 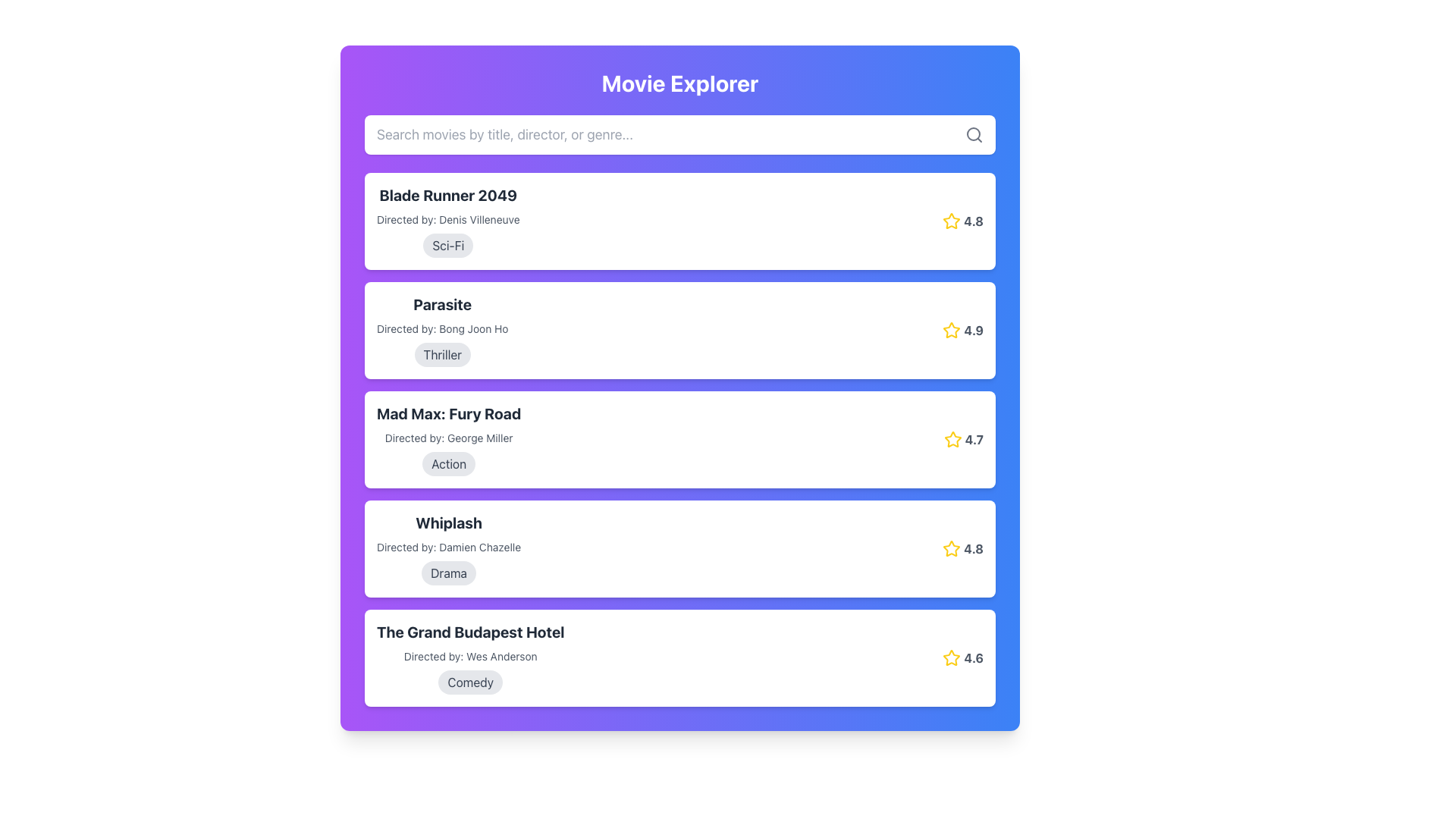 I want to click on the bold, gray-colored numeric text displaying '4.7' located adjacent to the yellow star icon next to the third movie entry 'Mad Max: Fury Road', so click(x=974, y=439).